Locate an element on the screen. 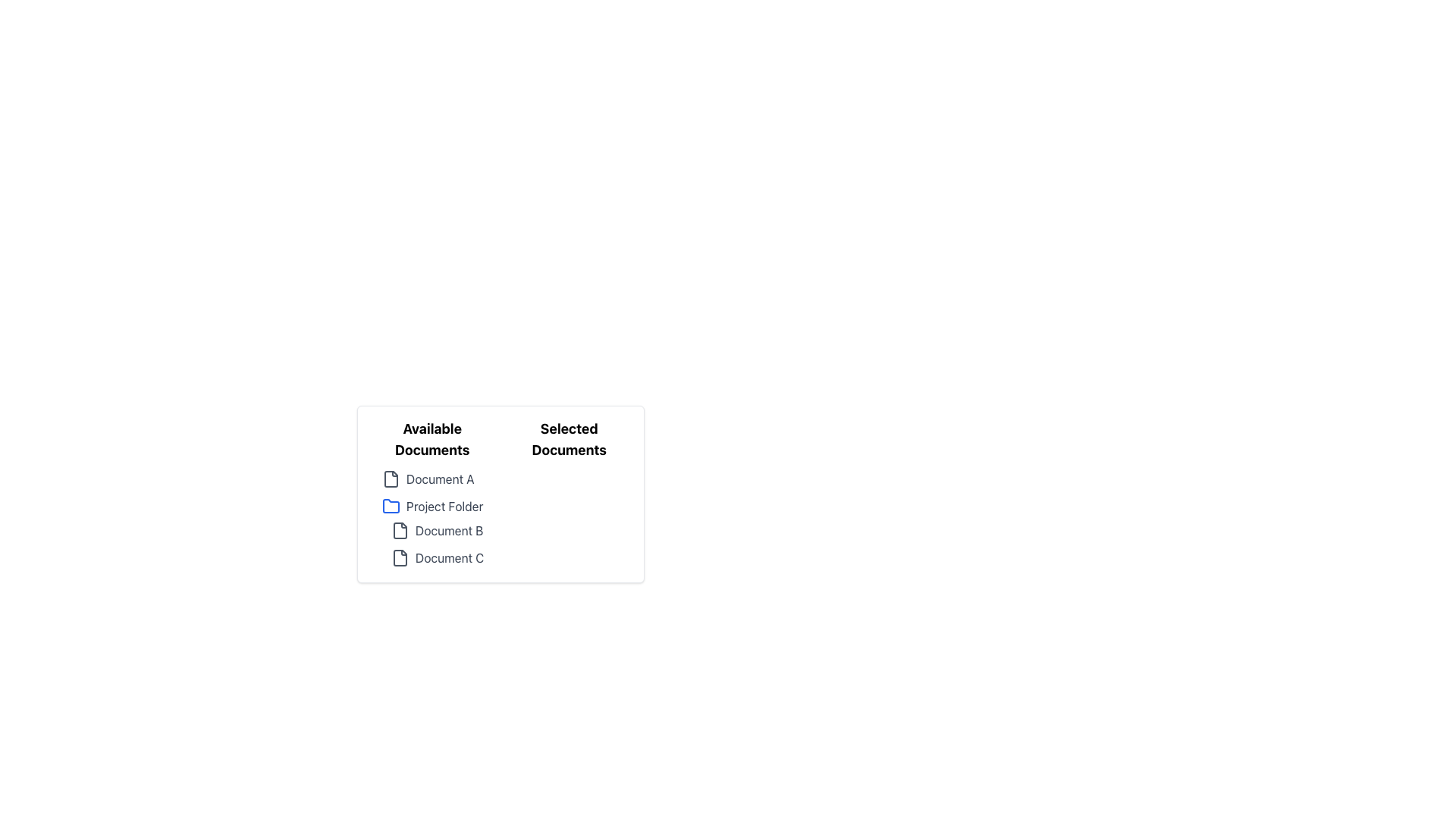  the bold, black text header 'Available Documents' that is positioned at the top of the document section, preceding the list of entries is located at coordinates (431, 439).